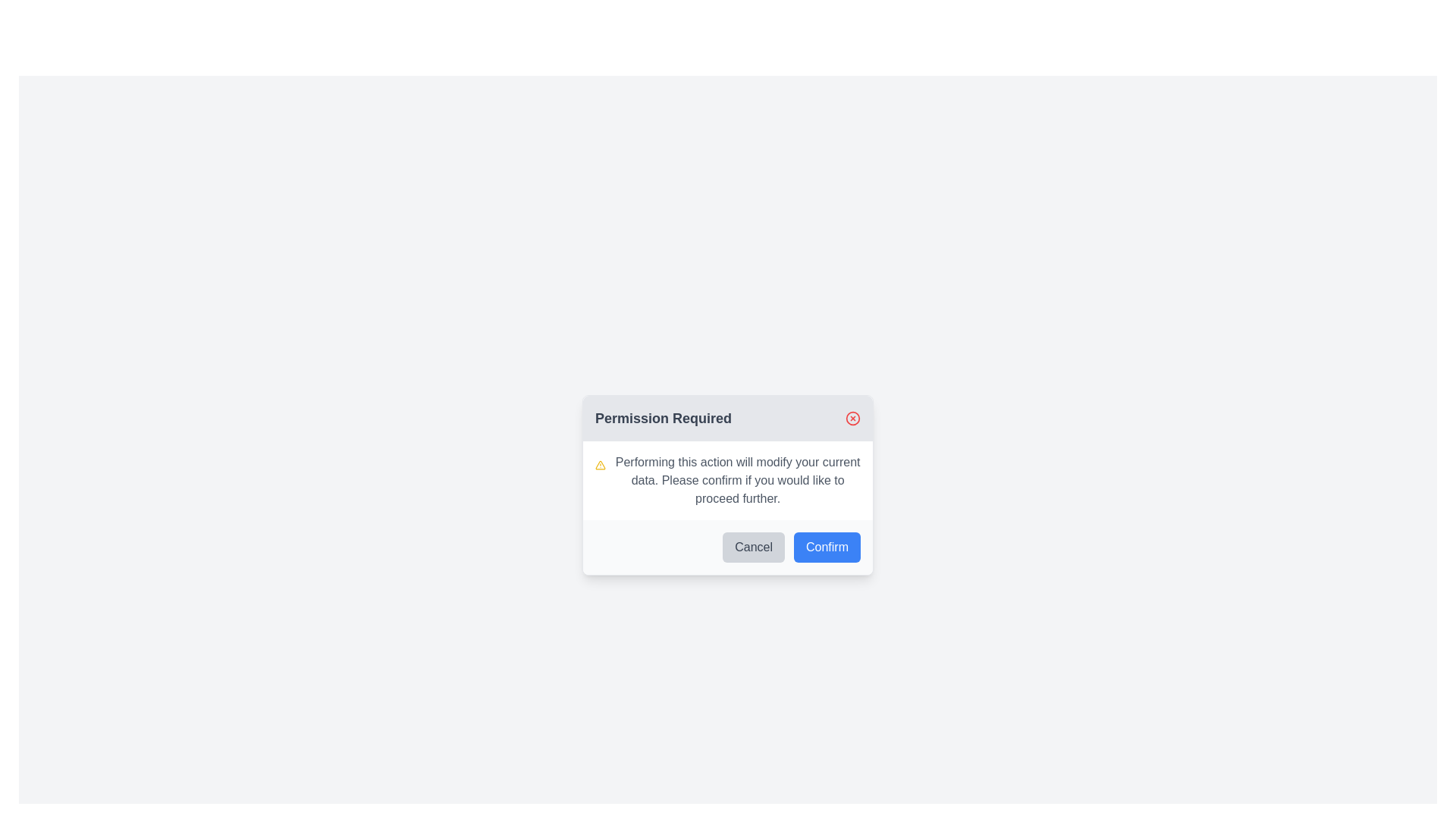  I want to click on the circular red outlined icon indicating 'X' for closing the dialog titled 'Permission Required' to trigger visual feedback, so click(852, 418).